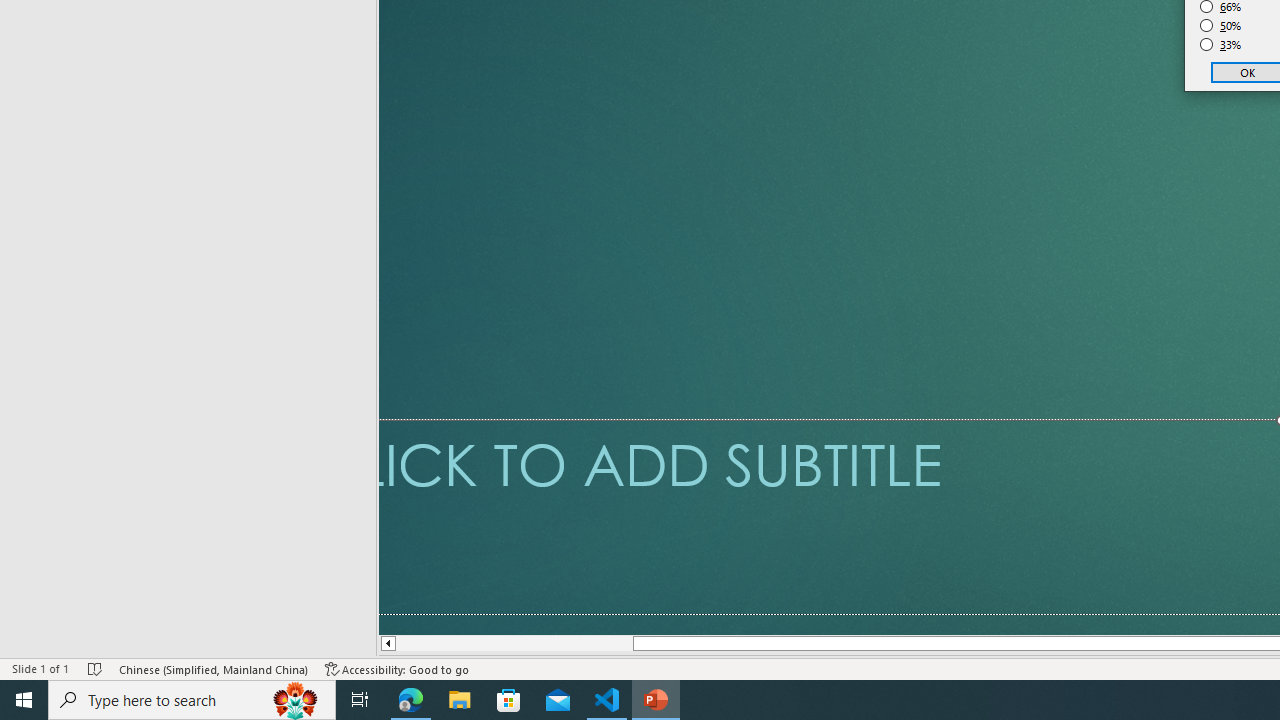  Describe the element at coordinates (410, 698) in the screenshot. I see `'Microsoft Edge - 1 running window'` at that location.